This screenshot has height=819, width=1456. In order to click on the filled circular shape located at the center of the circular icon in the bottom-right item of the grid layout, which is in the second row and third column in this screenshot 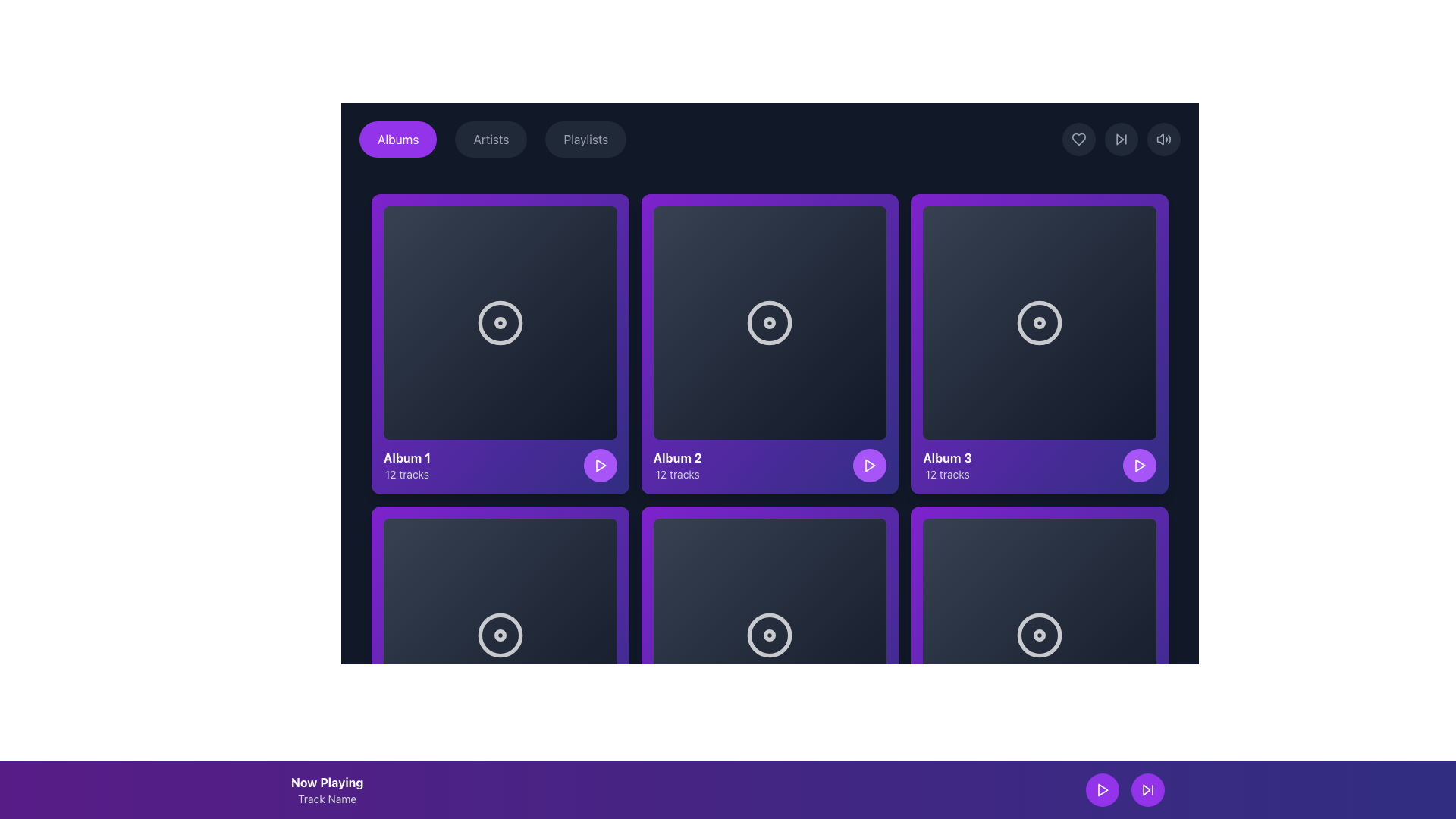, I will do `click(1039, 635)`.